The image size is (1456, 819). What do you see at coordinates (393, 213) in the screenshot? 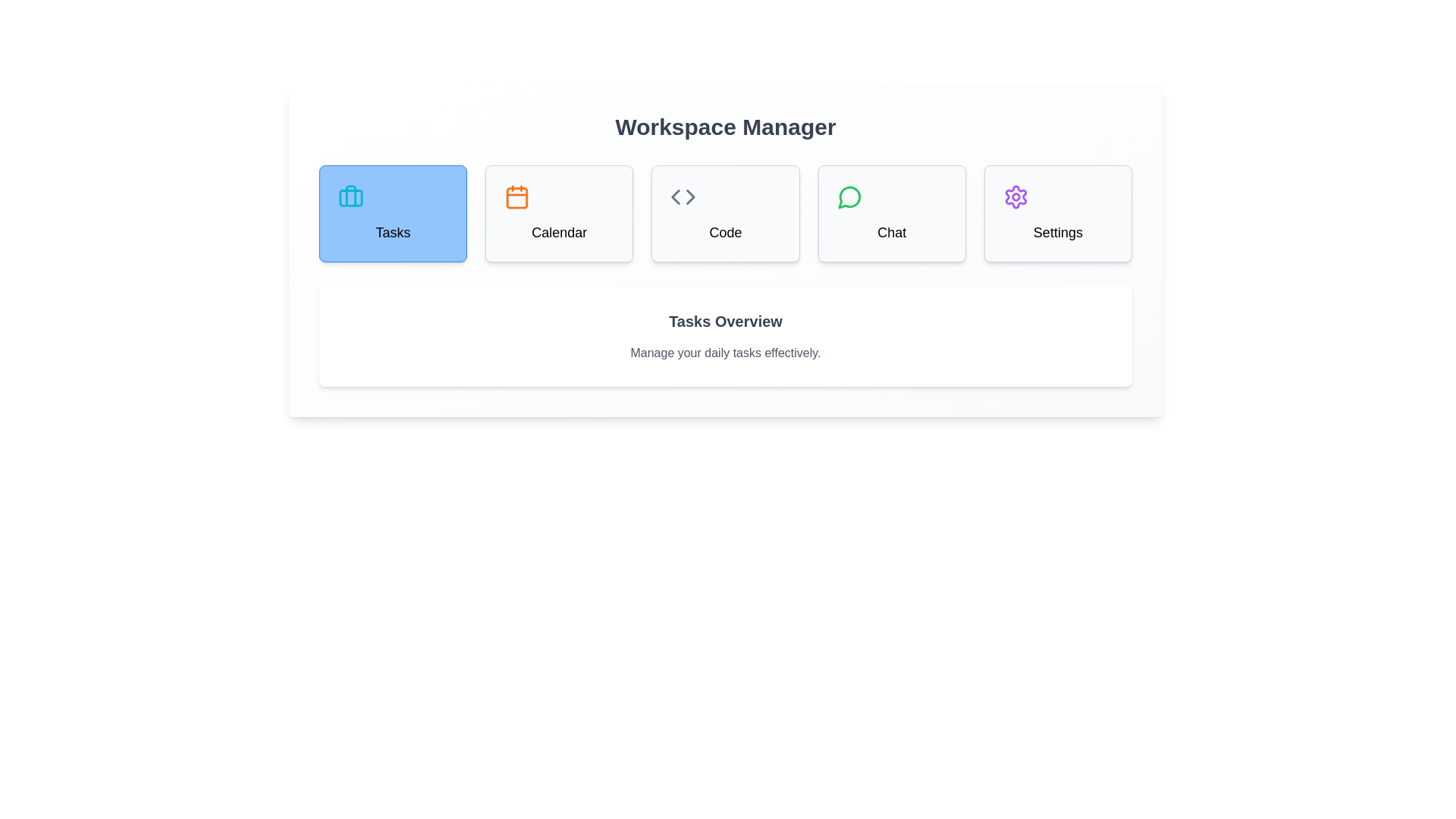
I see `the first interactive card in the grid, which serves as a navigation button to the 'Tasks' section` at bounding box center [393, 213].